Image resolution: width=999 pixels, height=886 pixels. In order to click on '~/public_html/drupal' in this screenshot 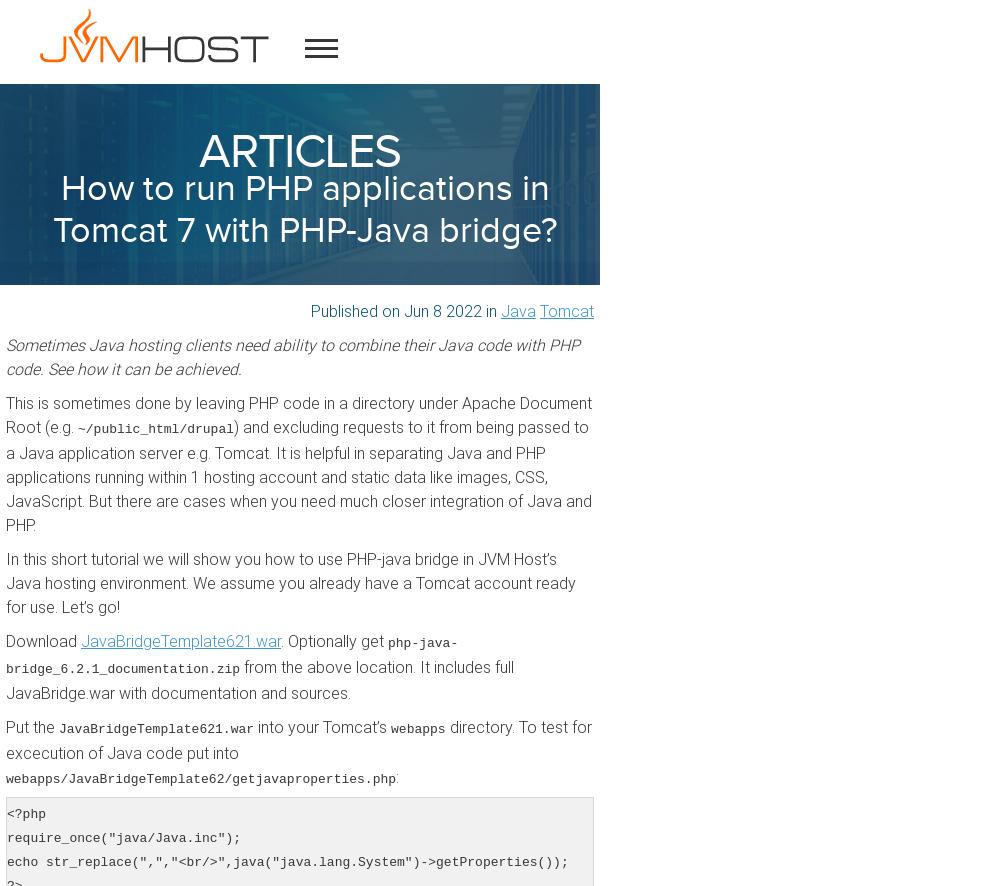, I will do `click(156, 428)`.